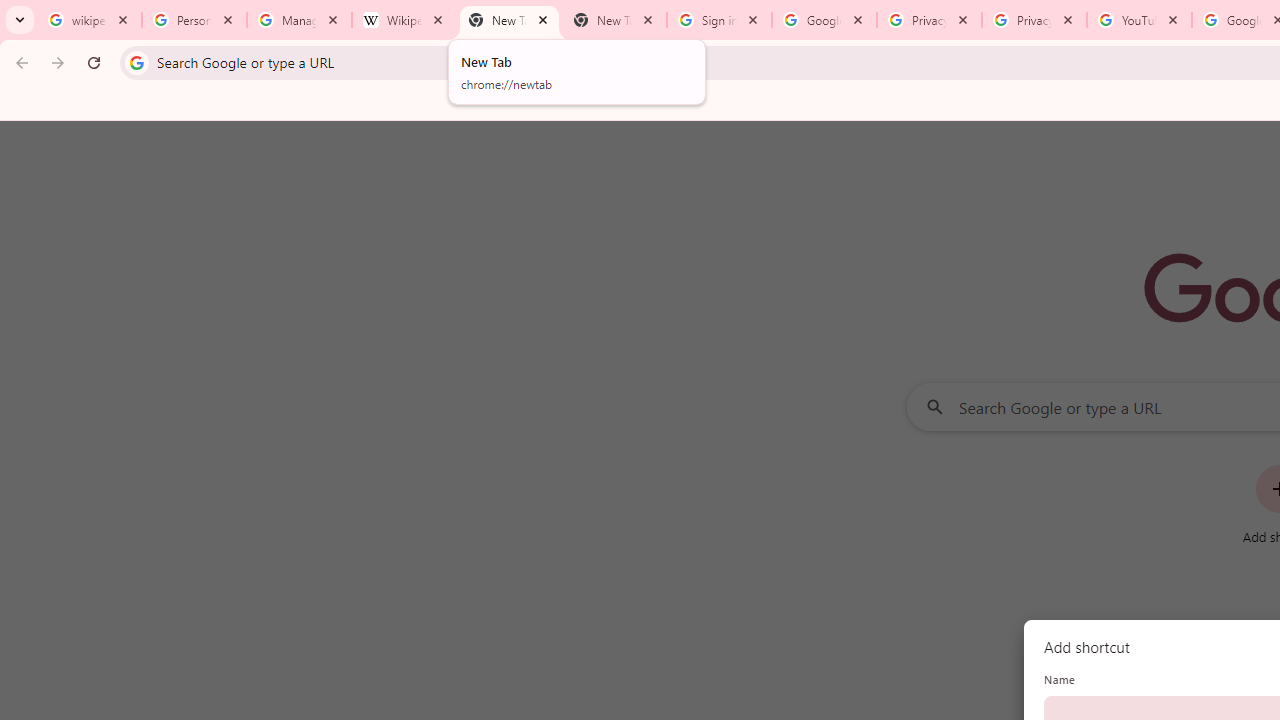  What do you see at coordinates (824, 20) in the screenshot?
I see `'Google Drive: Sign-in'` at bounding box center [824, 20].